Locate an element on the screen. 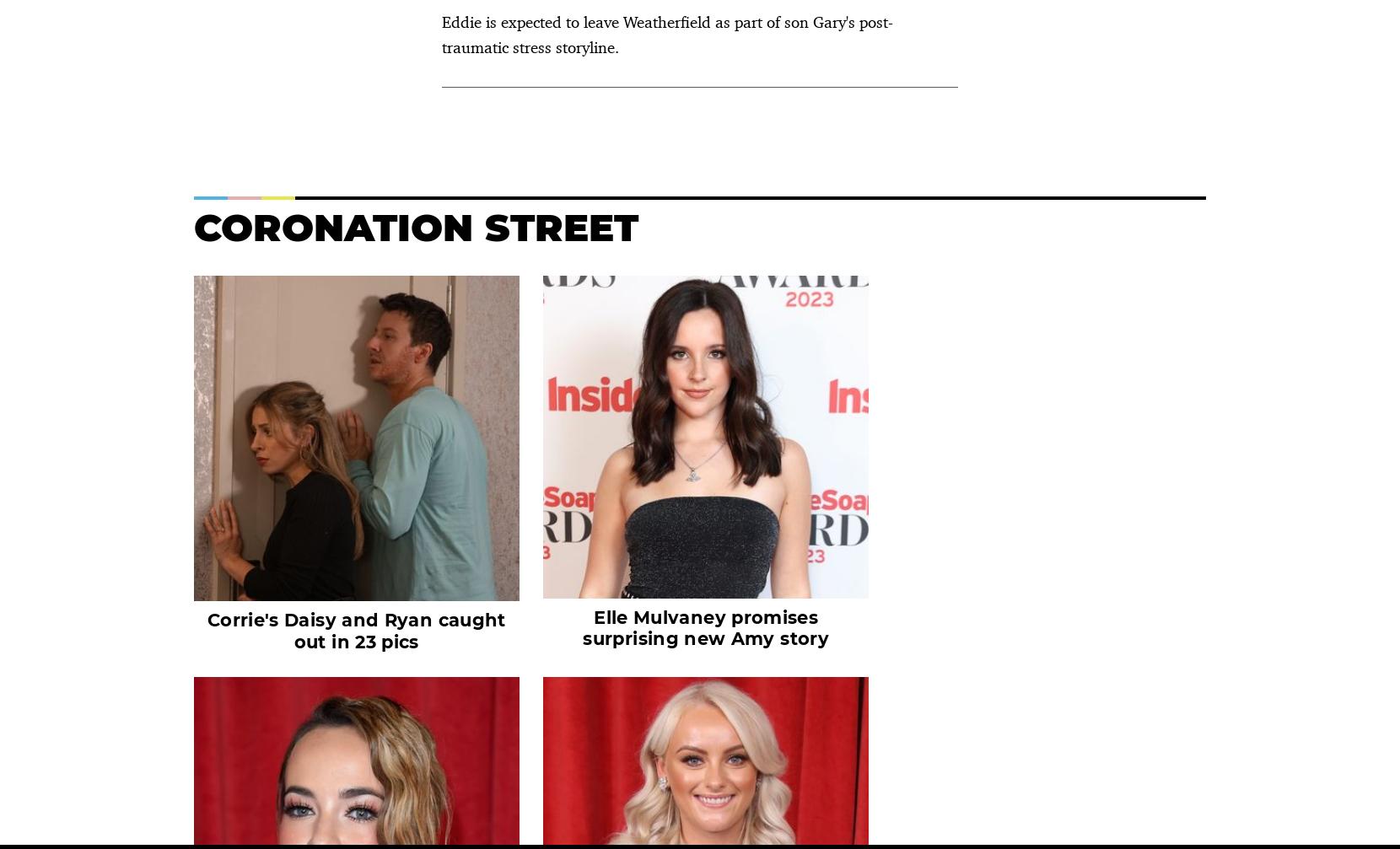  'Casualty' is located at coordinates (700, 357).